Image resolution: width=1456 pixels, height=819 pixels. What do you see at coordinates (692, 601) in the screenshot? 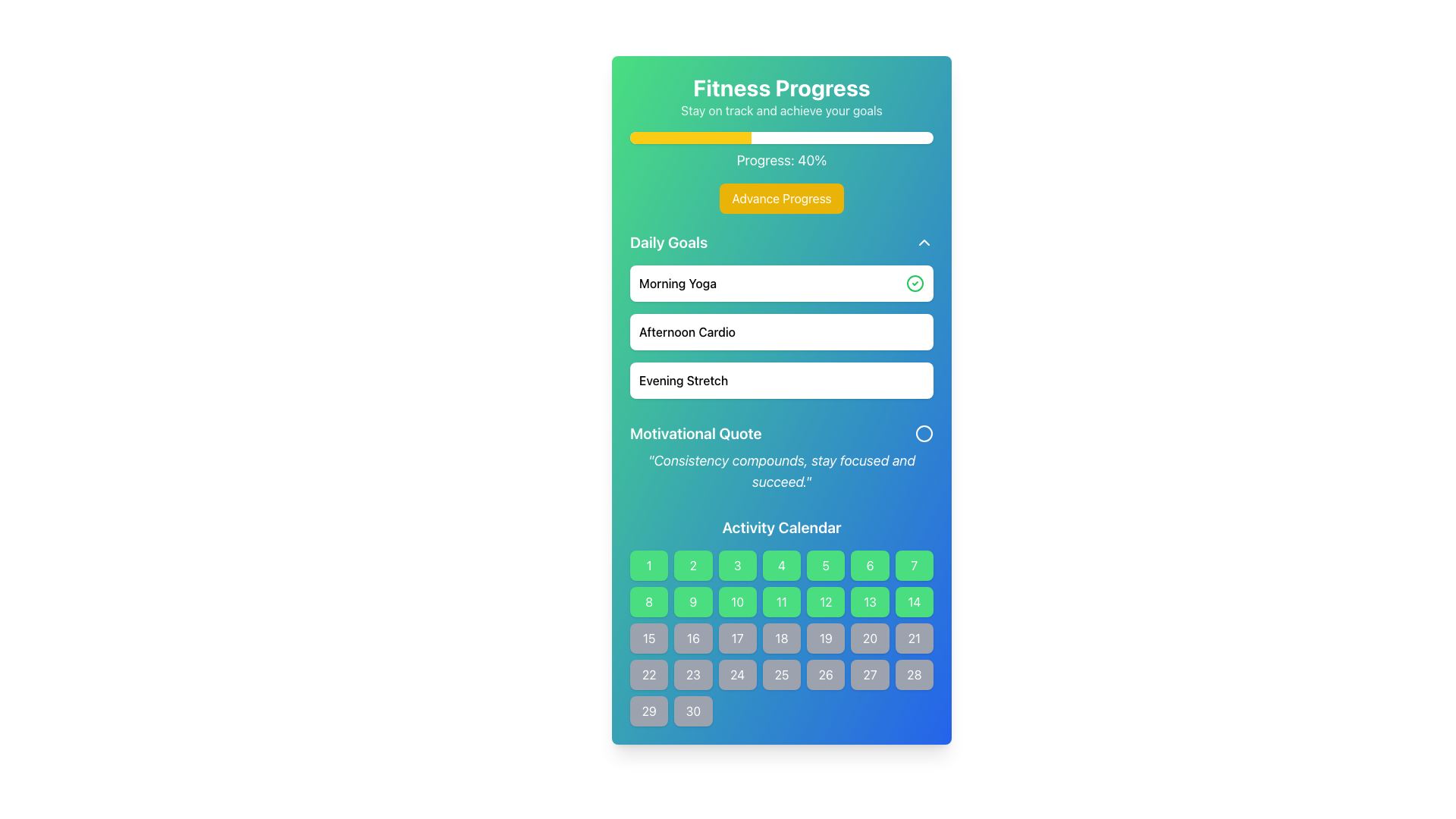
I see `the green square button with the number '9'` at bounding box center [692, 601].